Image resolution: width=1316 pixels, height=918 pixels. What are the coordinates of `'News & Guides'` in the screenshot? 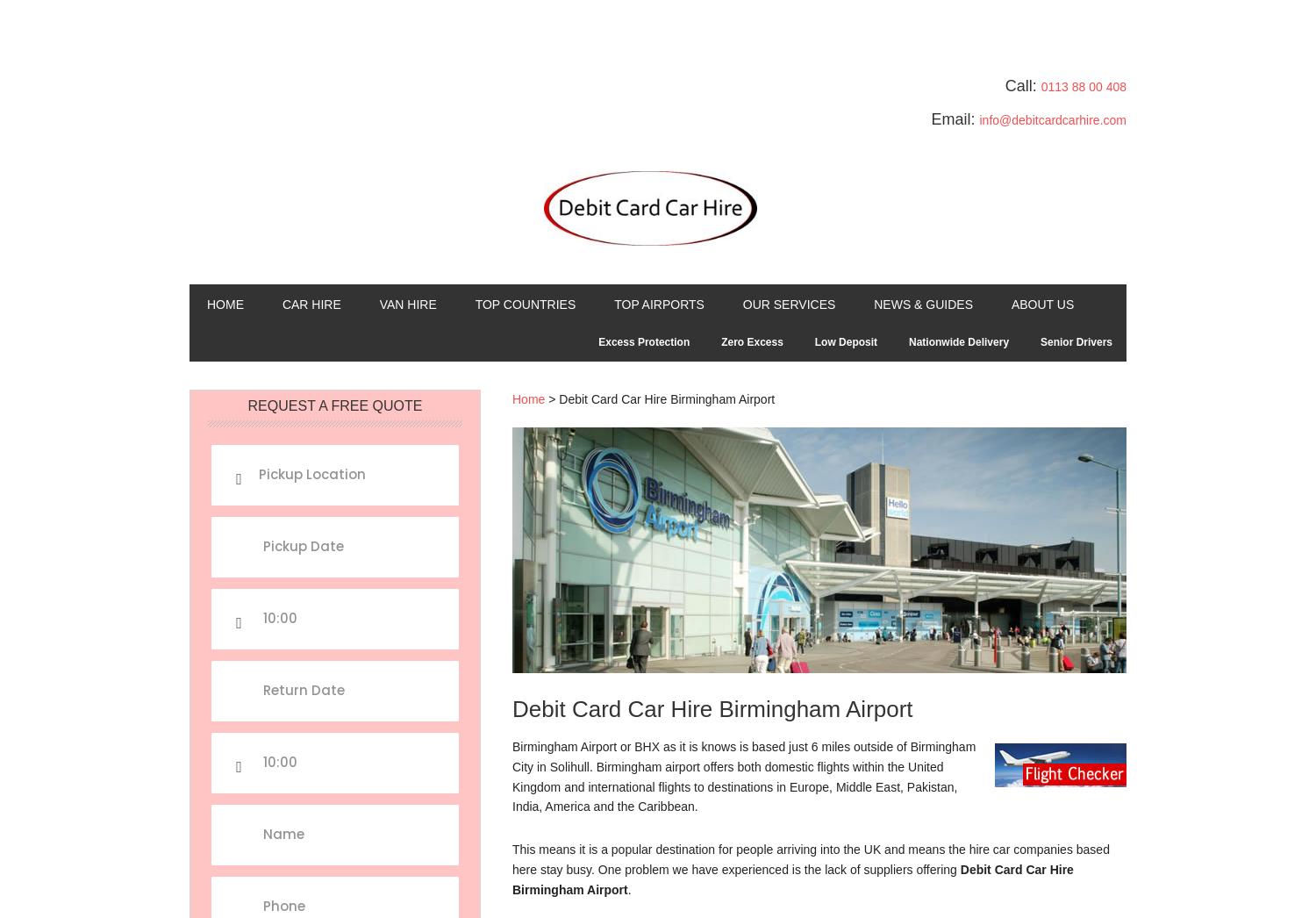 It's located at (923, 303).